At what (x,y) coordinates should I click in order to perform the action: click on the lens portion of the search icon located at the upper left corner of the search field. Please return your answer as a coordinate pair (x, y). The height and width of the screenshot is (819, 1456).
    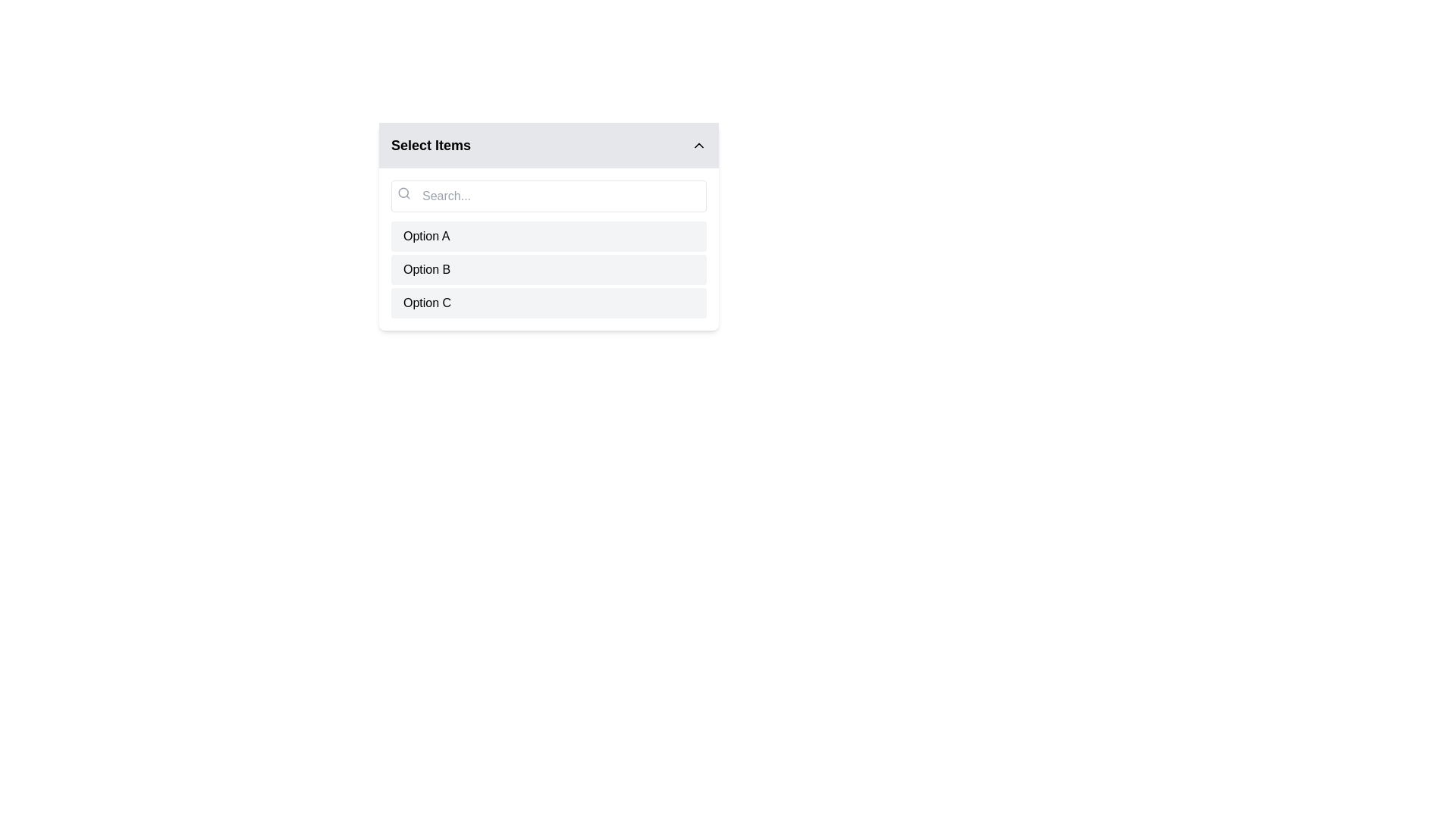
    Looking at the image, I should click on (403, 192).